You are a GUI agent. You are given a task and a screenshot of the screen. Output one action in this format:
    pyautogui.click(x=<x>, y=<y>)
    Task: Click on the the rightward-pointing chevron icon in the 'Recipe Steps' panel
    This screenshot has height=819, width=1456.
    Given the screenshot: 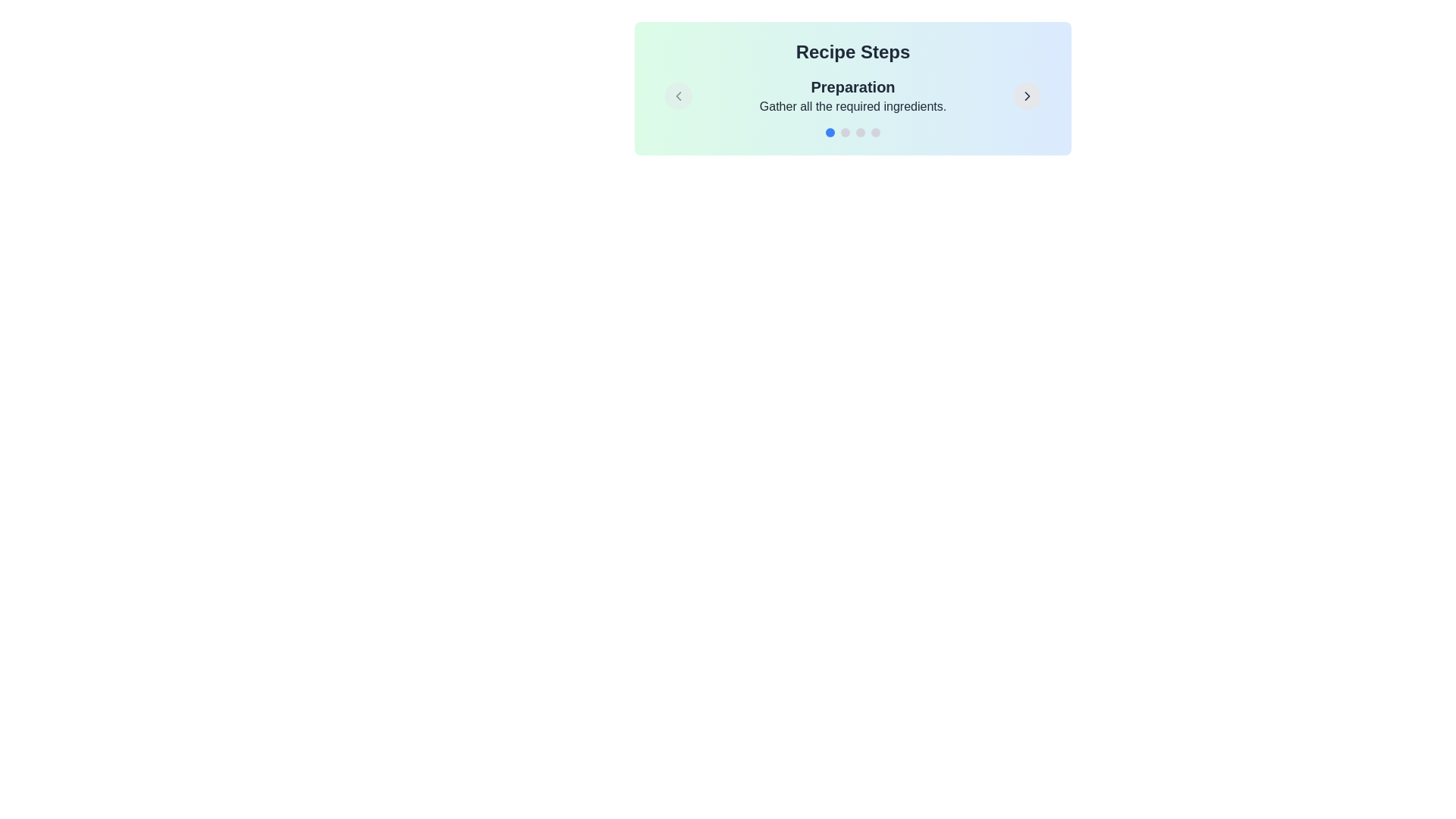 What is the action you would take?
    pyautogui.click(x=1027, y=96)
    